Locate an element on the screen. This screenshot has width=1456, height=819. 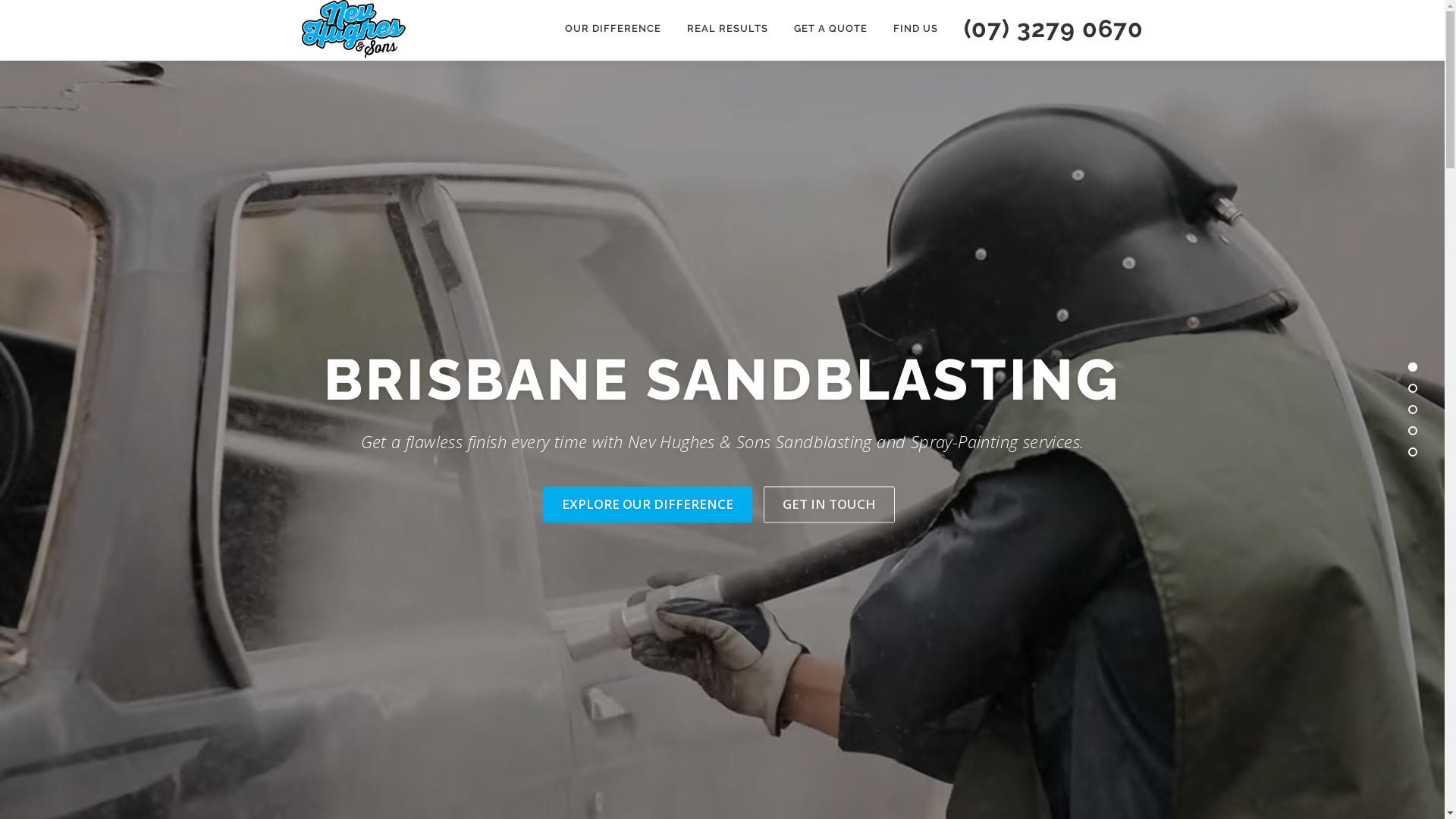
'GET IN TOUCH' is located at coordinates (827, 504).